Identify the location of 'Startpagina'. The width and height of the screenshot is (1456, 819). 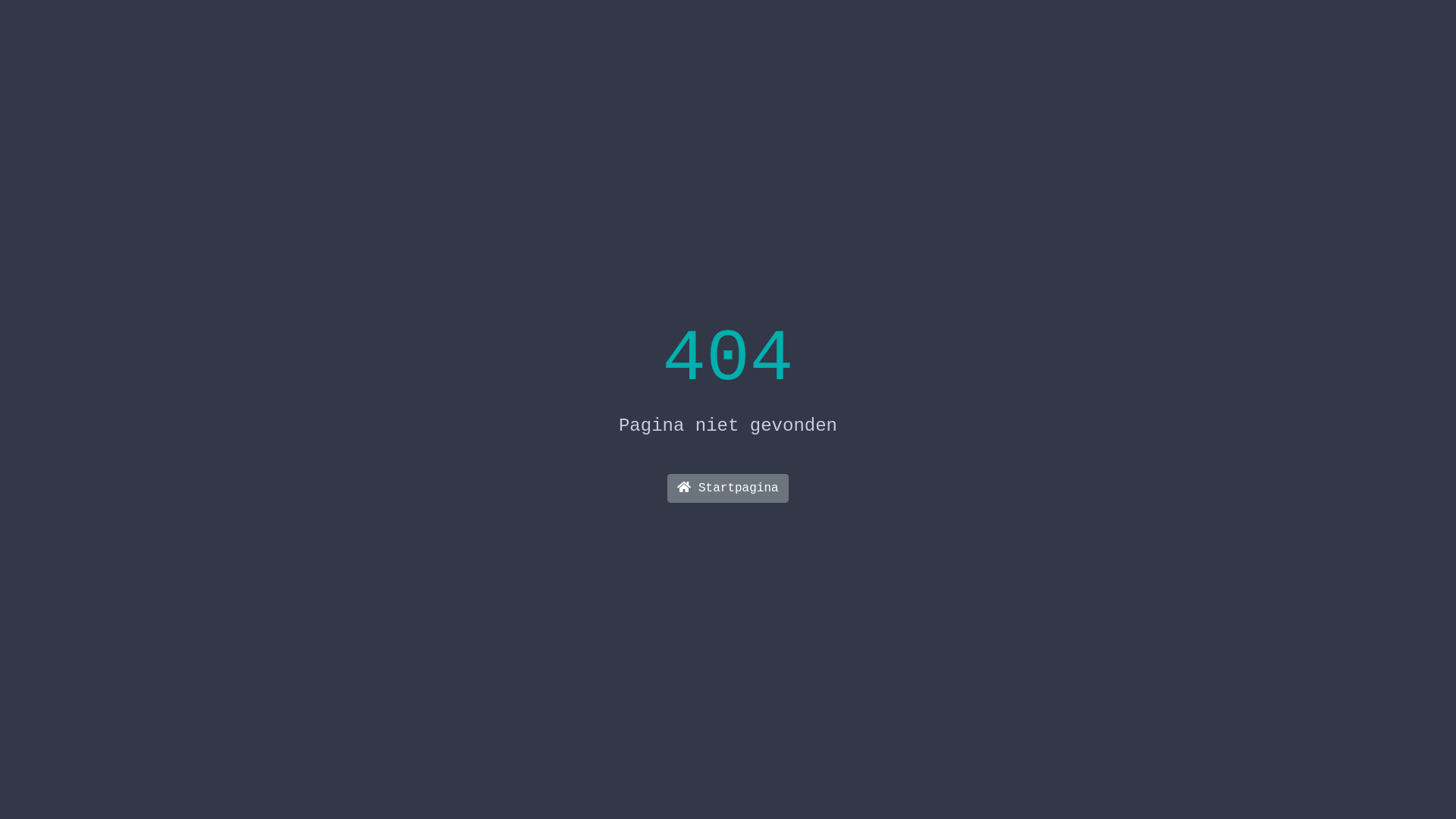
(667, 488).